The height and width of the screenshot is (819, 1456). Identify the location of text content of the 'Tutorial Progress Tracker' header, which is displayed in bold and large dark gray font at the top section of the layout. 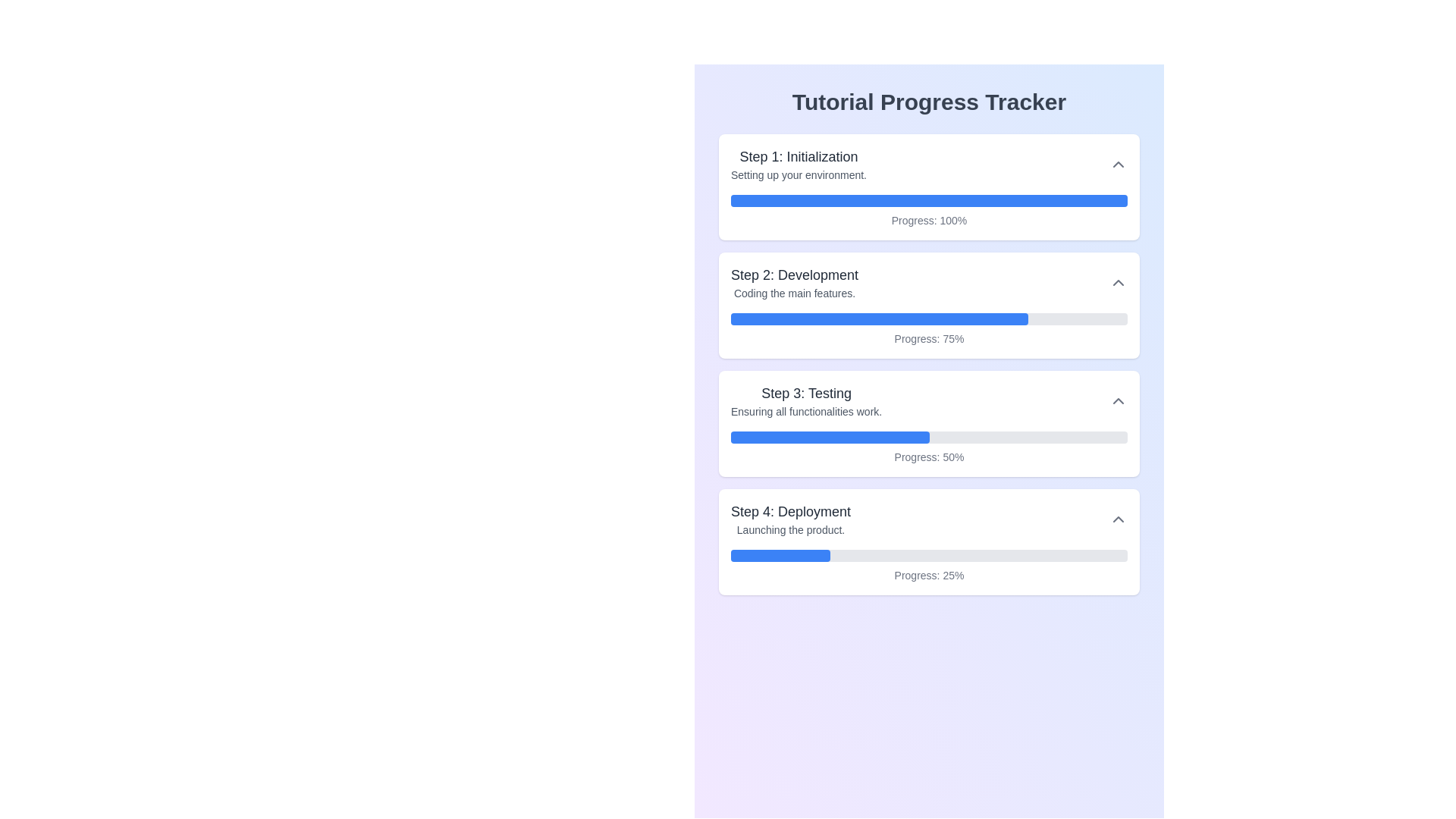
(928, 102).